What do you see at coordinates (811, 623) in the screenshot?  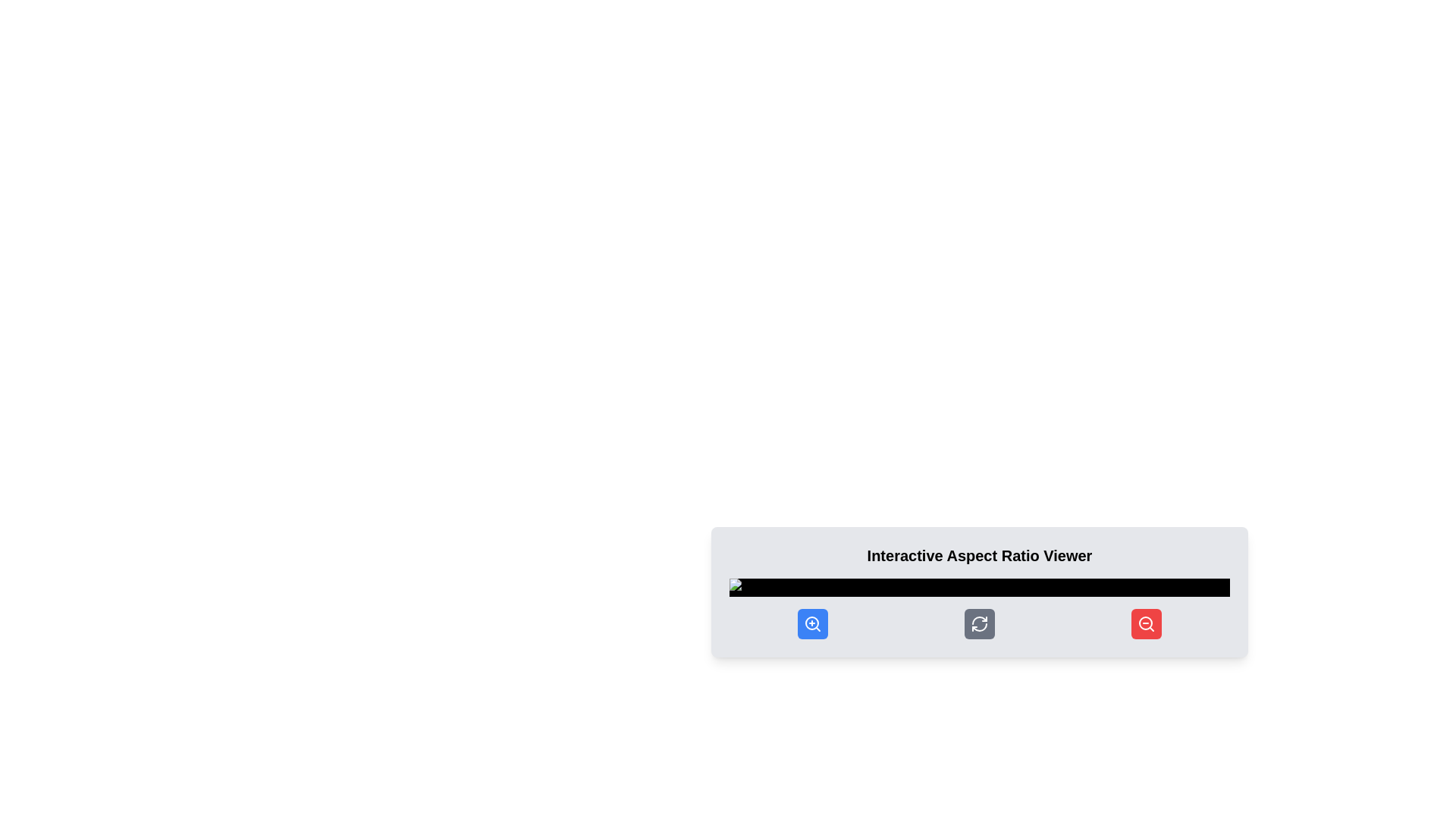 I see `the zoom-in button located centrally at the bottom of the toolbar` at bounding box center [811, 623].